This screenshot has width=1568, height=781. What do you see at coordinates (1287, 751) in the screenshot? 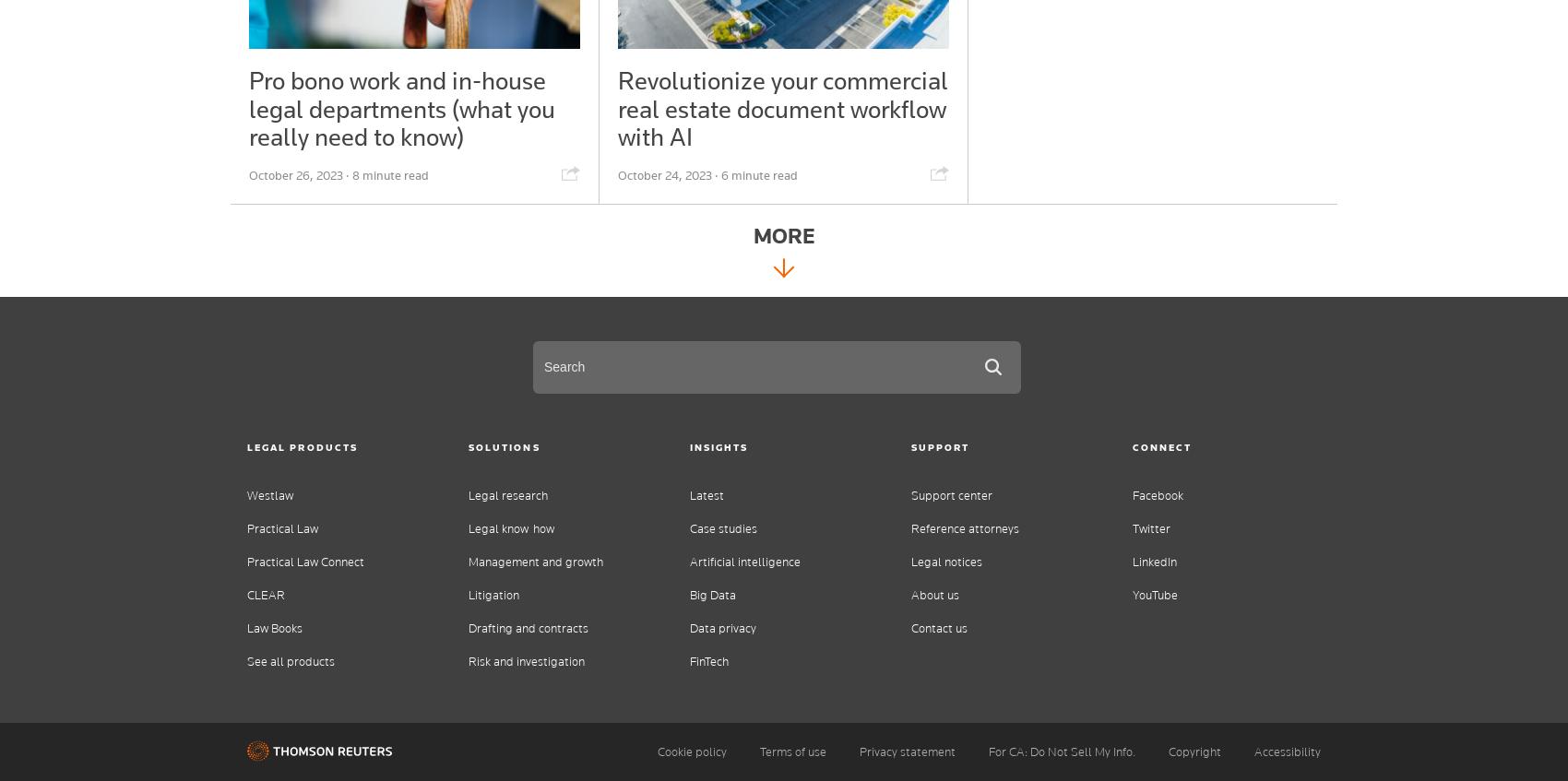
I see `'Accessibility'` at bounding box center [1287, 751].